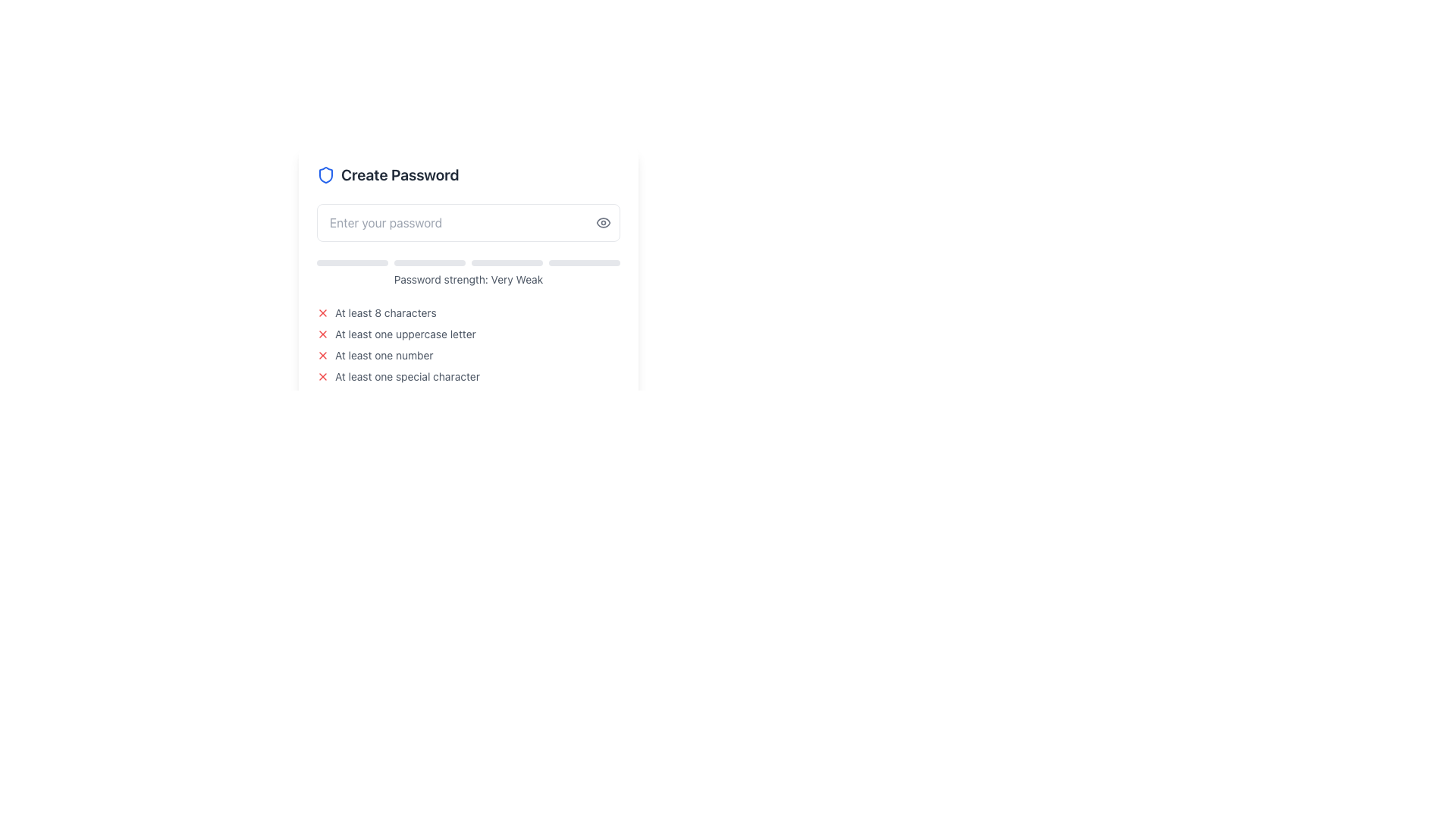 The height and width of the screenshot is (819, 1456). I want to click on the third text label indicating that at least one numerical character is required in the password, which is positioned between 'At least one uppercase letter' and 'At least one special character', so click(384, 356).